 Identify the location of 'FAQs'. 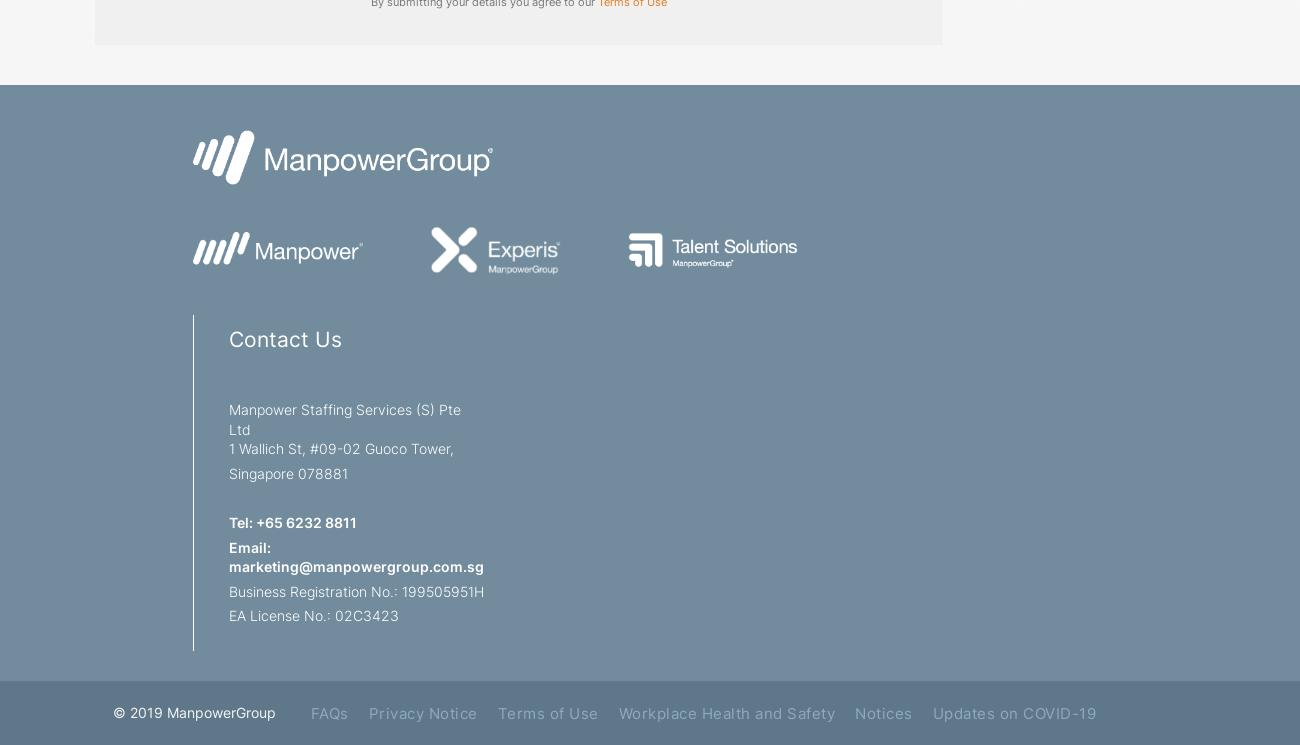
(328, 711).